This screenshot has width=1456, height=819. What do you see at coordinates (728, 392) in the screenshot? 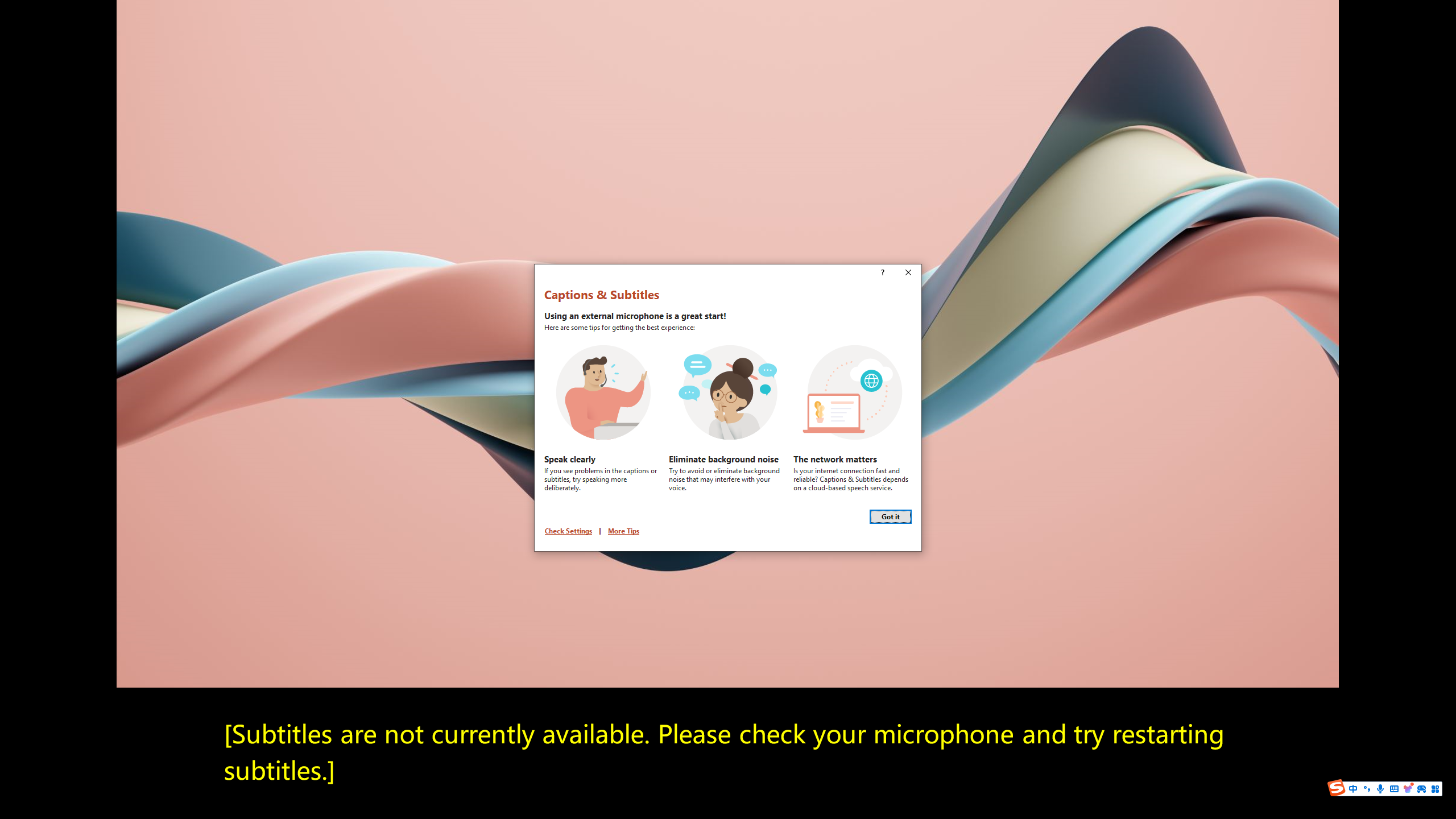
I see `'Person gesturing for people nearby to be quiet'` at bounding box center [728, 392].